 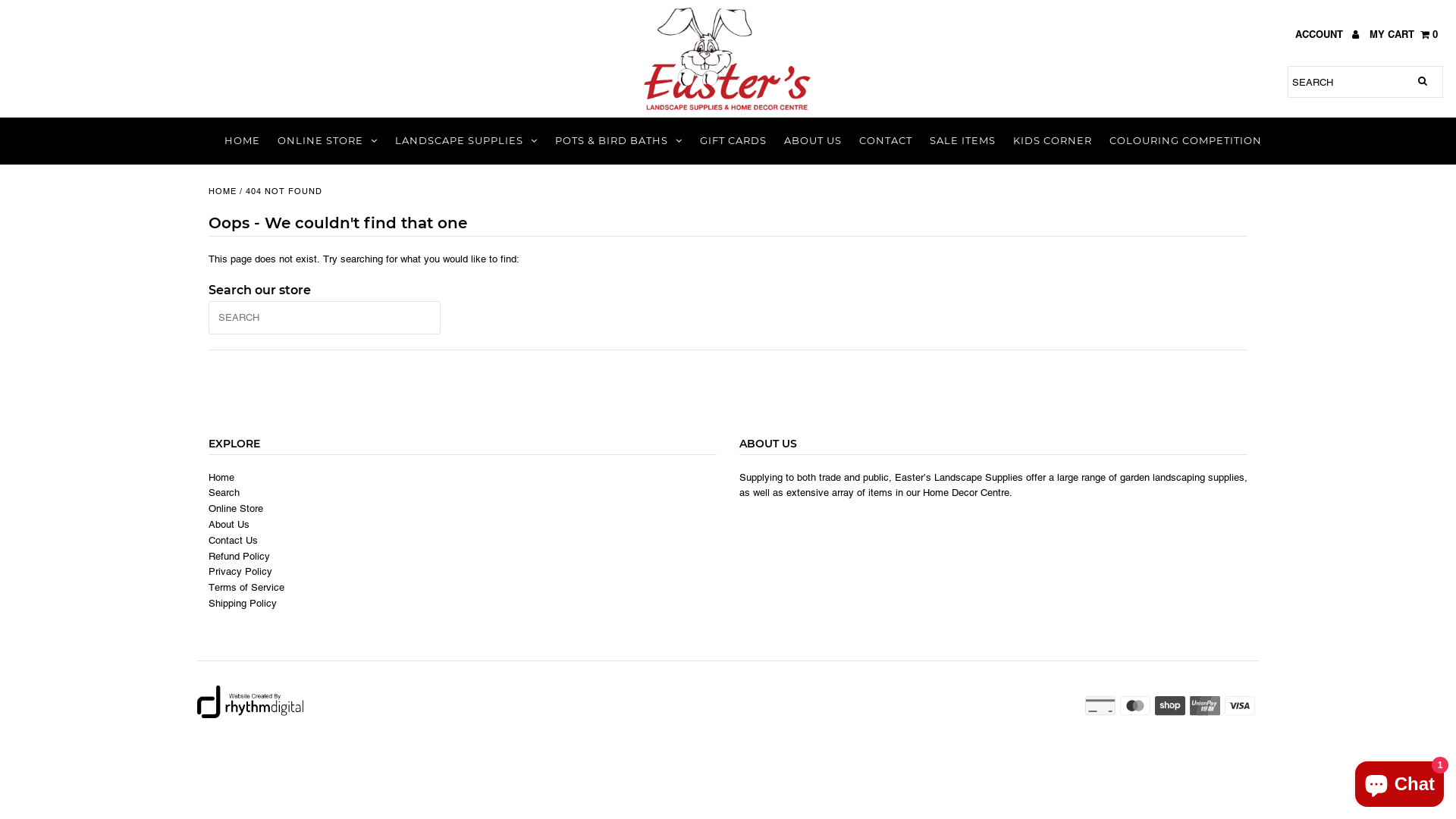 What do you see at coordinates (207, 509) in the screenshot?
I see `'Online Store'` at bounding box center [207, 509].